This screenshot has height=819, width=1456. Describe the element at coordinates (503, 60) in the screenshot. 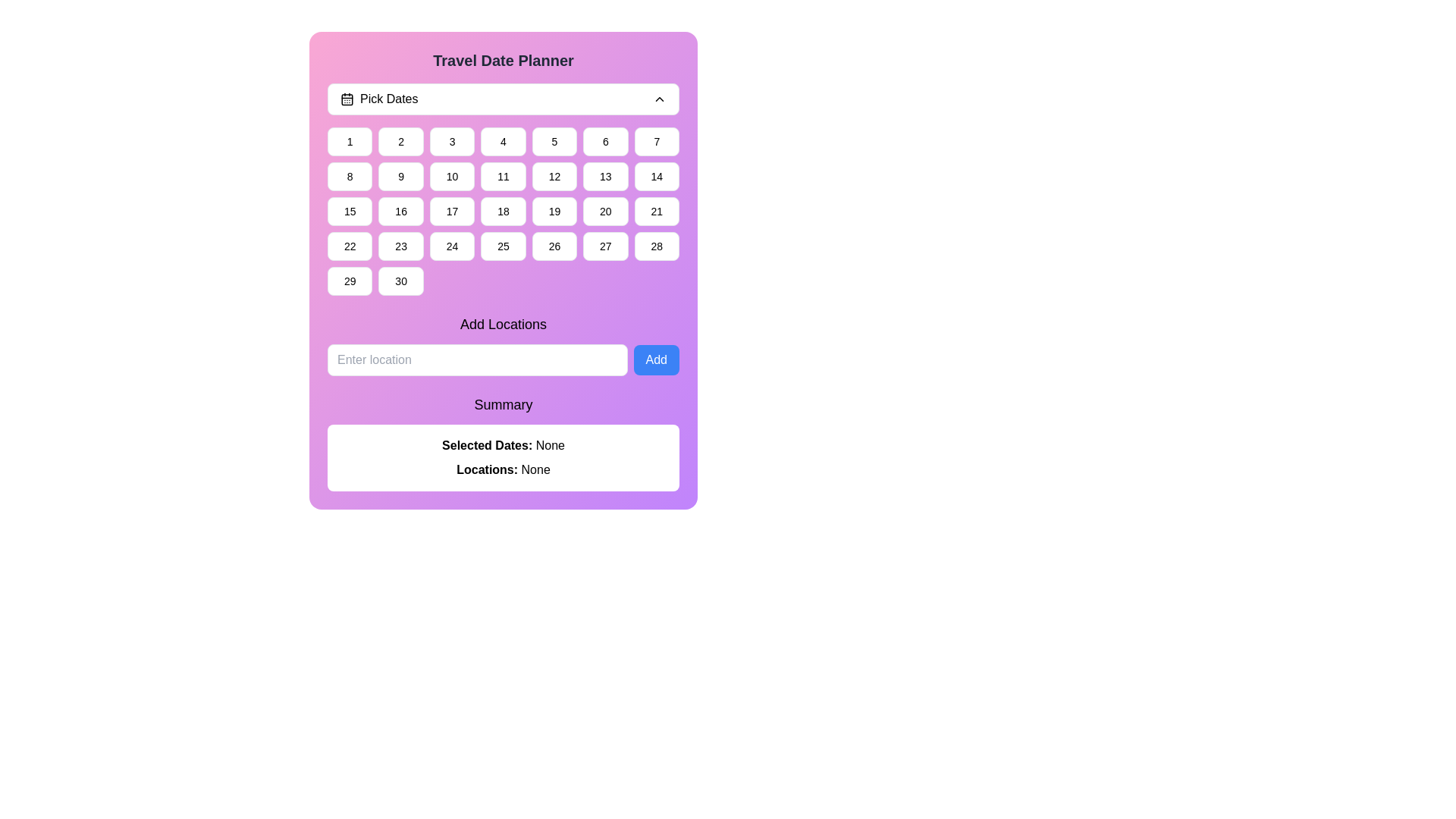

I see `heading text located at the top center of the application, which serves as the title or heading of the application` at that location.